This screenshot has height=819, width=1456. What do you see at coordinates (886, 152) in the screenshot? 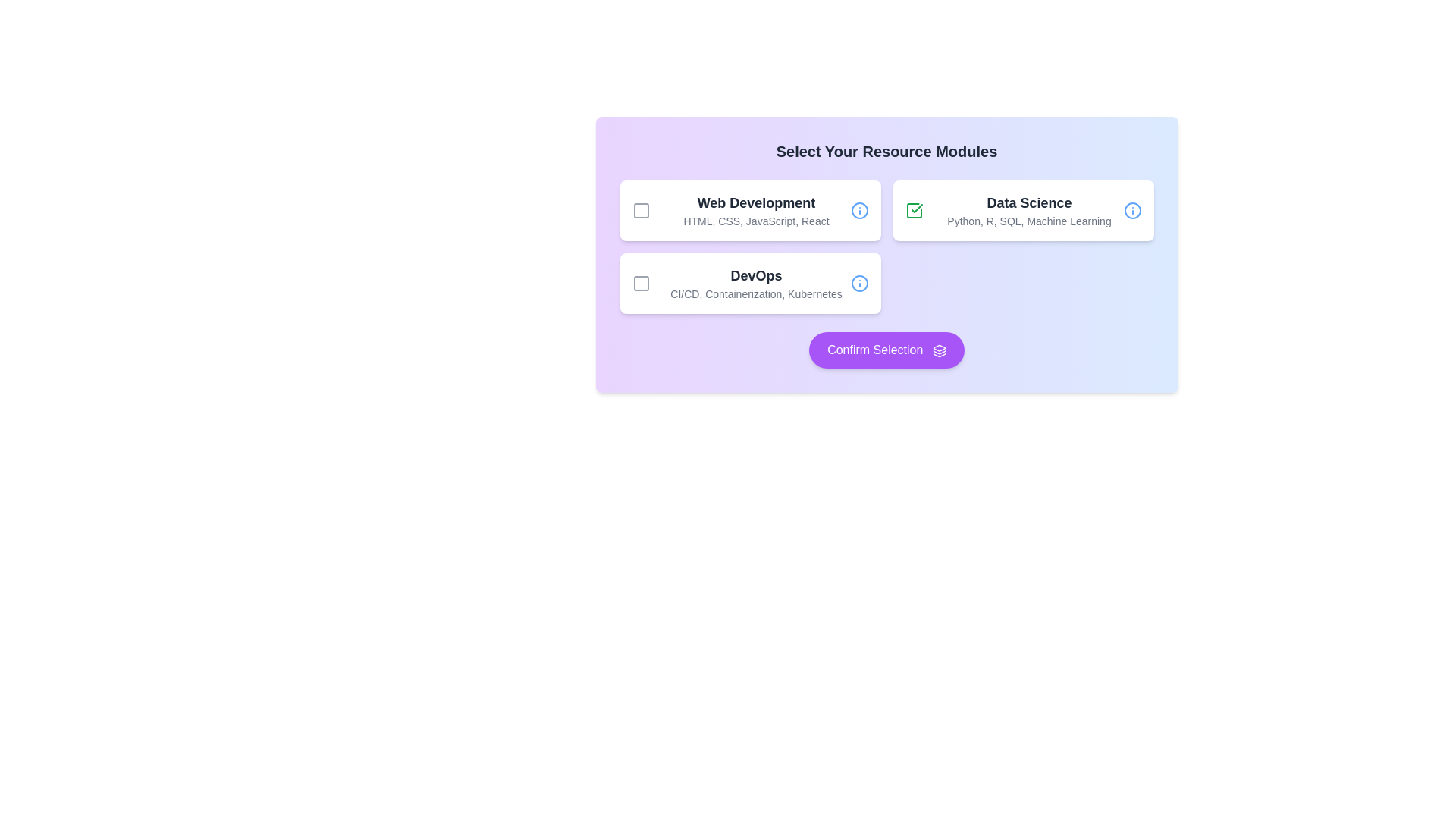
I see `the text label displaying 'Select Your Resource Modules' which is located at the top center of the module selection interface` at bounding box center [886, 152].